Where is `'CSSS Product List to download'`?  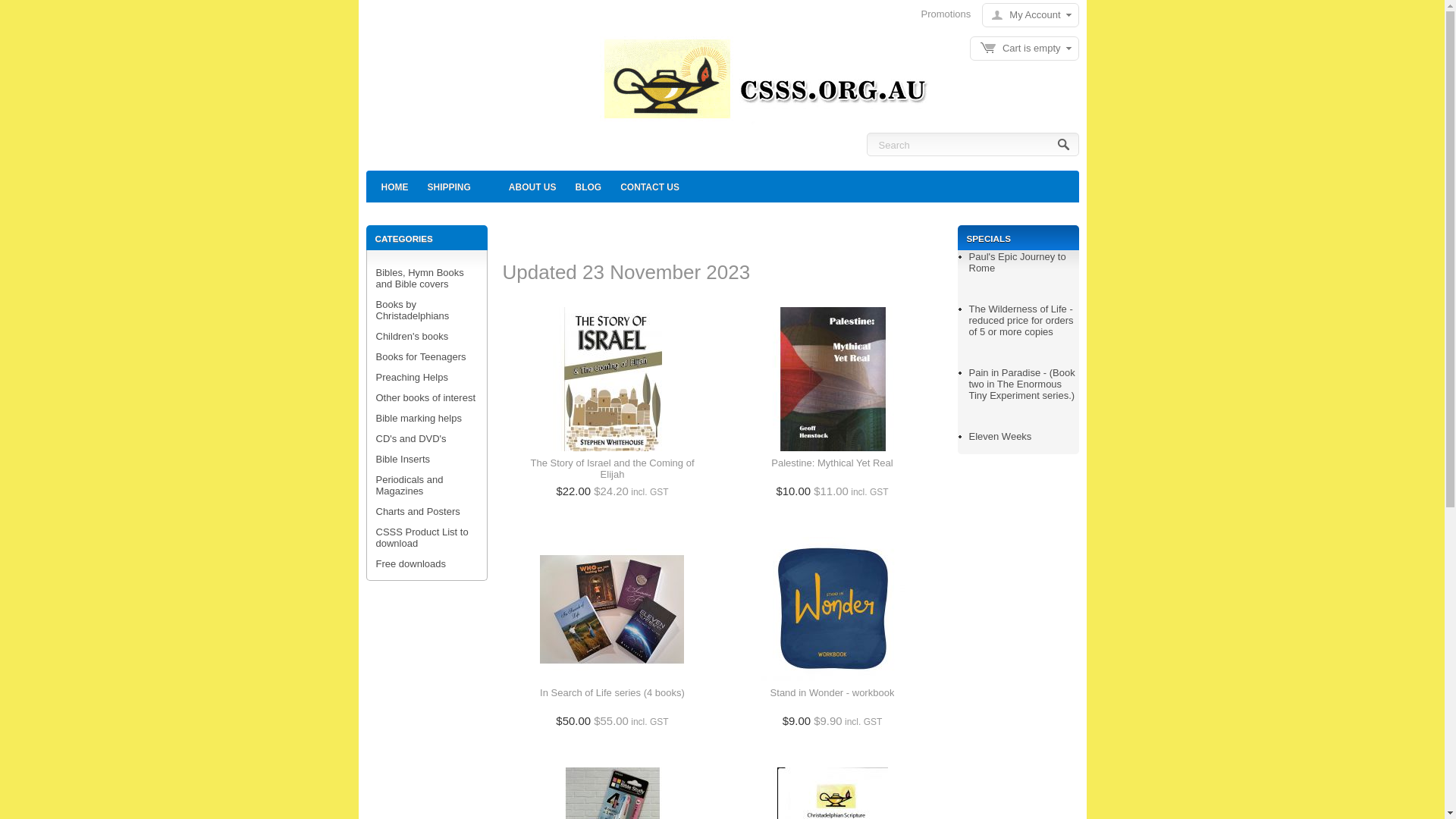 'CSSS Product List to download' is located at coordinates (422, 537).